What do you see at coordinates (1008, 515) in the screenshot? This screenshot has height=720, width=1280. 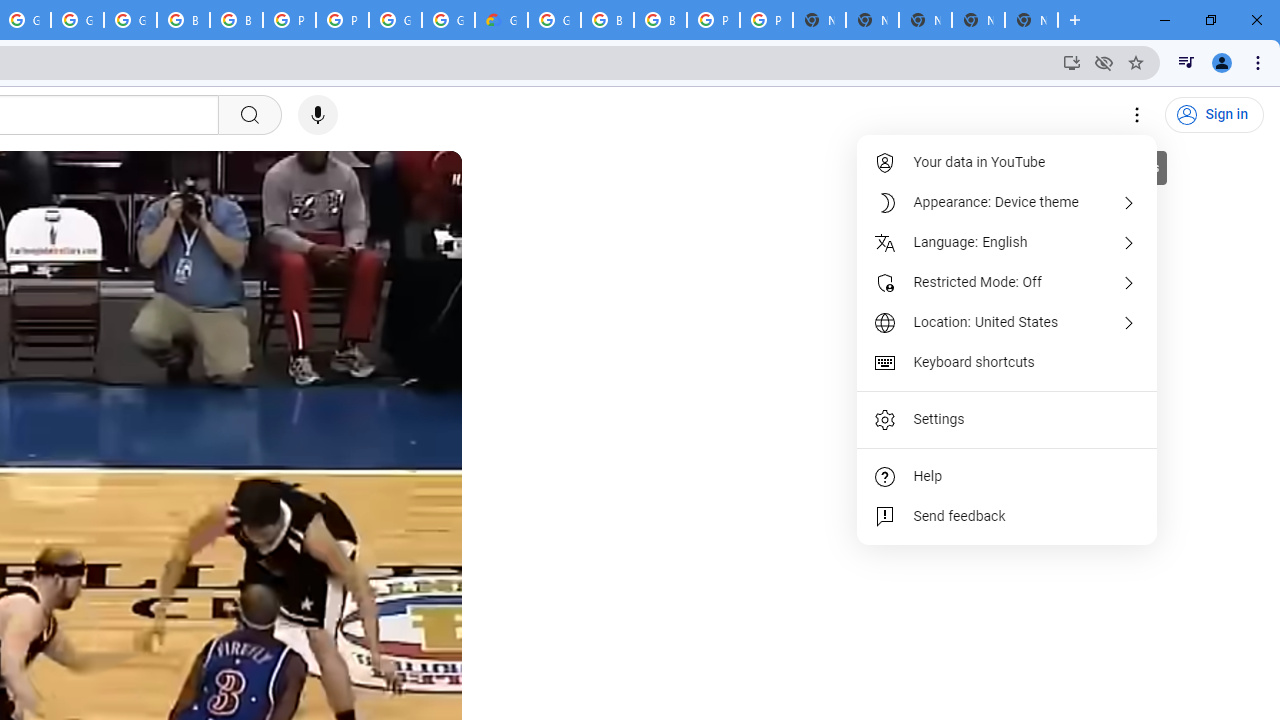 I see `'Send feedback'` at bounding box center [1008, 515].